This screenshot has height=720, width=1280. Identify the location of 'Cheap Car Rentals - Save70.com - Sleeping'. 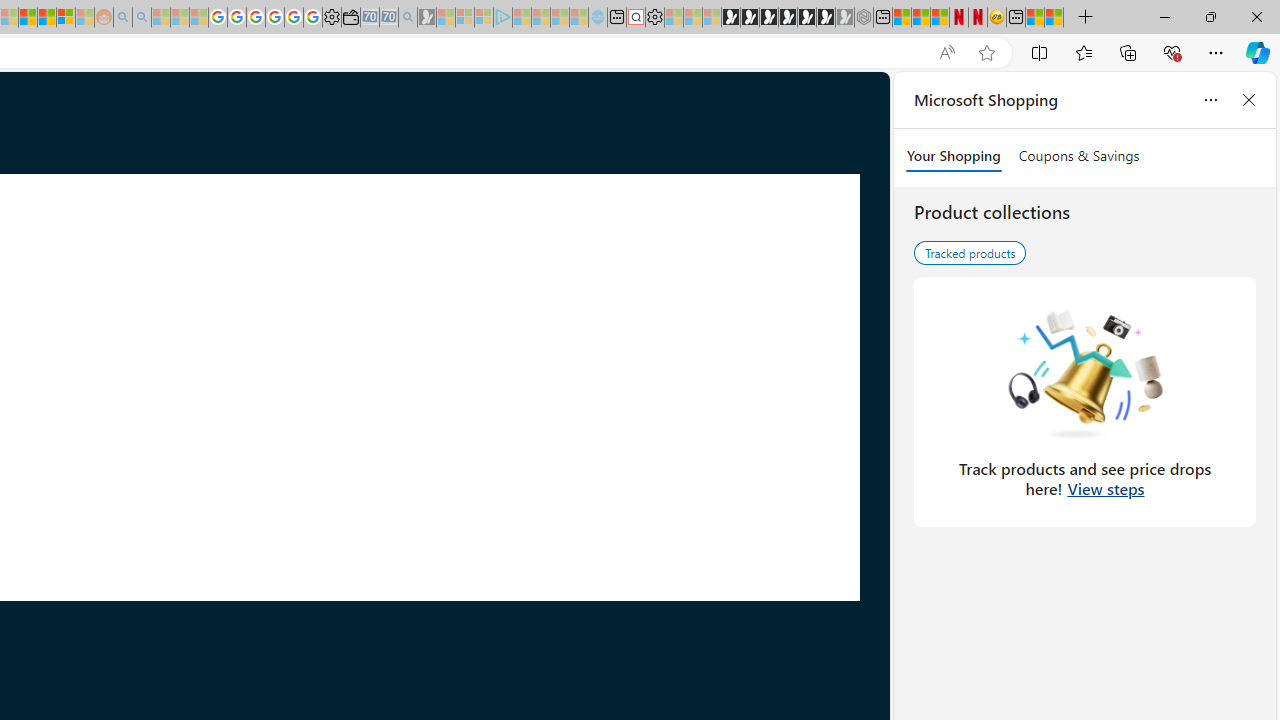
(389, 17).